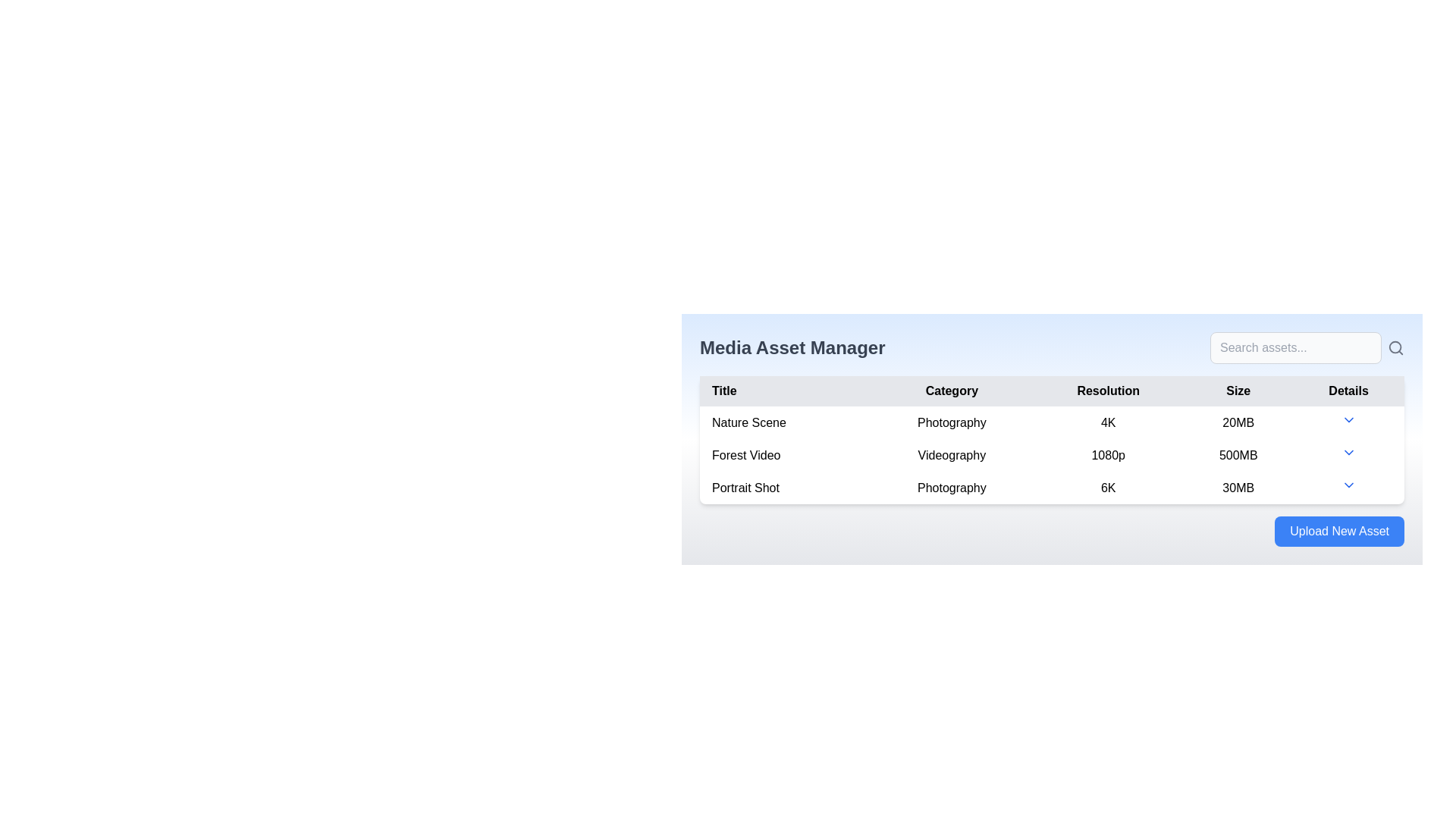  What do you see at coordinates (1395, 347) in the screenshot?
I see `the decorative graphic within the search icon, which is a circular graphic styled as part of a magnifying glass in the search-related button` at bounding box center [1395, 347].